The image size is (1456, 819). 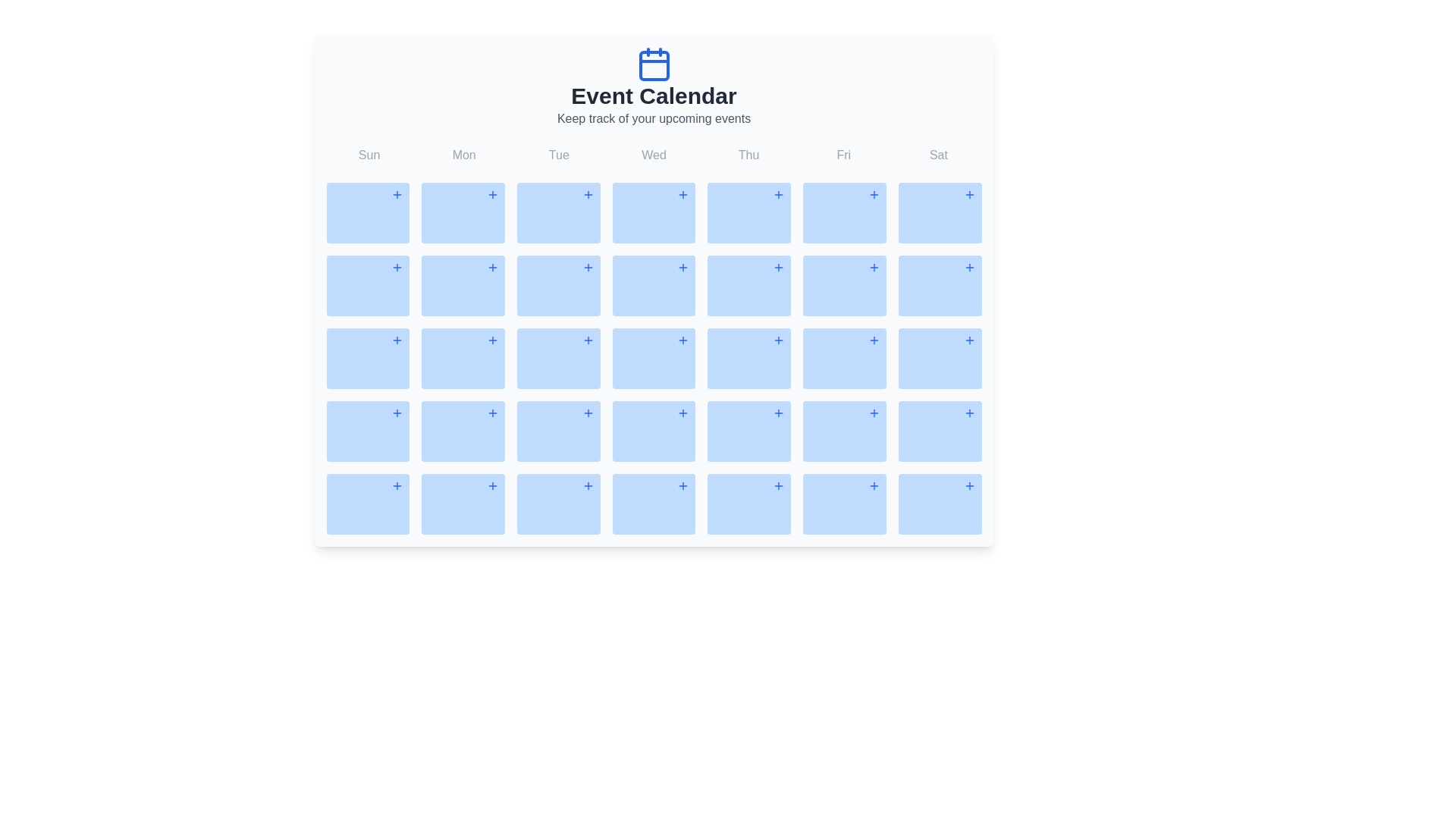 I want to click on the button located in the top-right corner of the calendar day cell under Saturday, so click(x=968, y=194).